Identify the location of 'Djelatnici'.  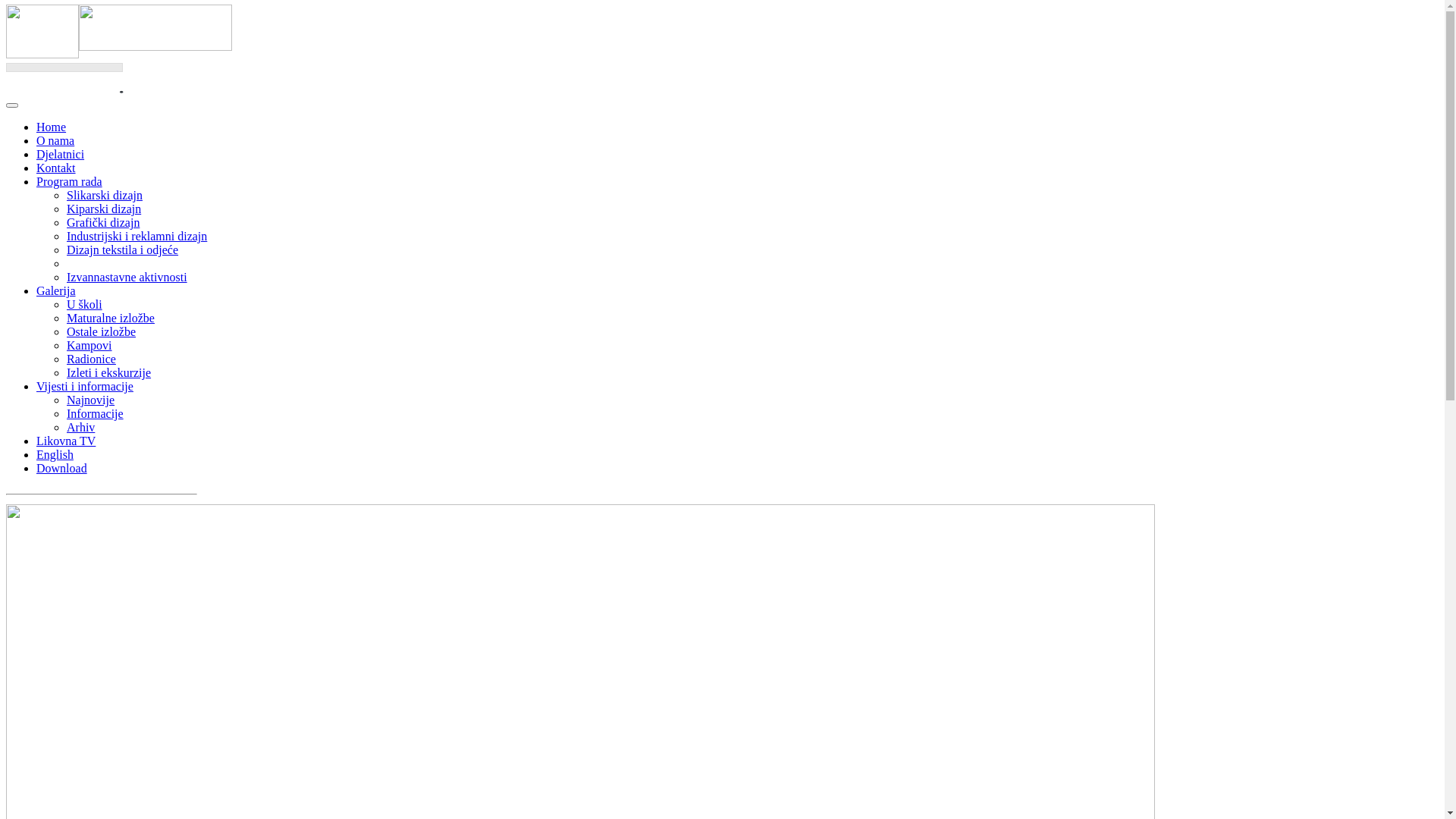
(60, 154).